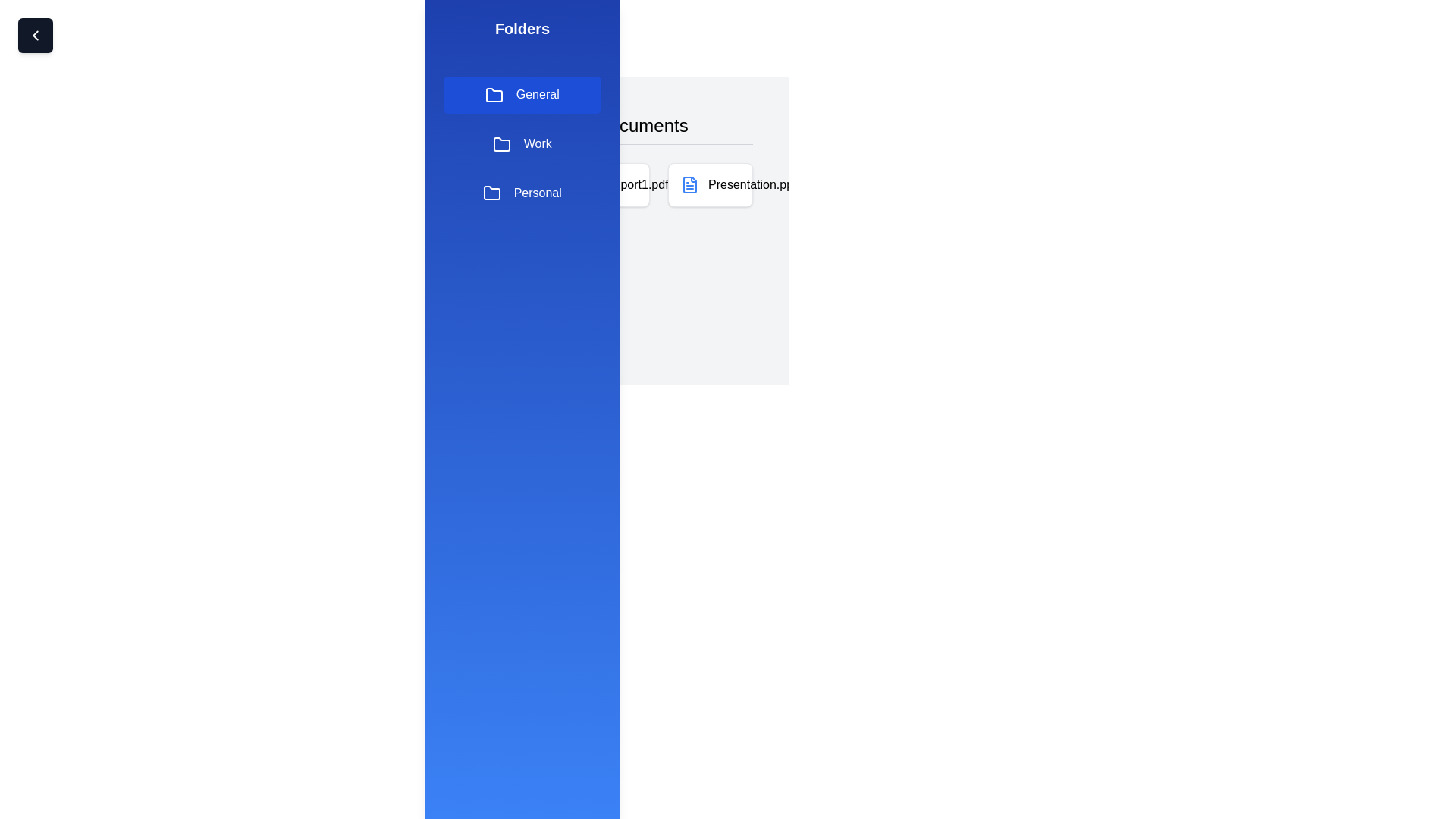  What do you see at coordinates (522, 143) in the screenshot?
I see `the 'Work' folder menu item, which is the second item` at bounding box center [522, 143].